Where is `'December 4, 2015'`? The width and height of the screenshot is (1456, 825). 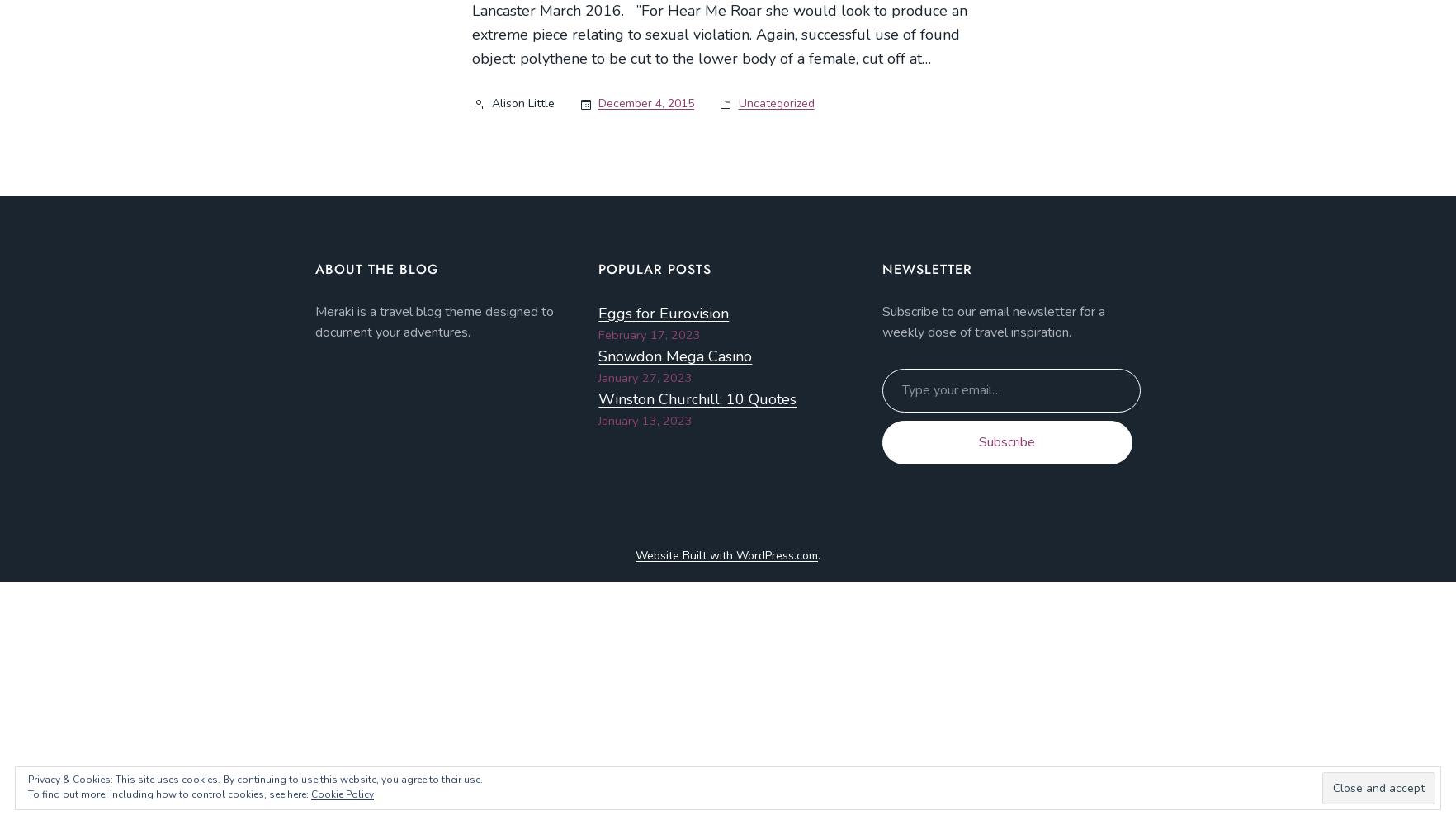
'December 4, 2015' is located at coordinates (646, 103).